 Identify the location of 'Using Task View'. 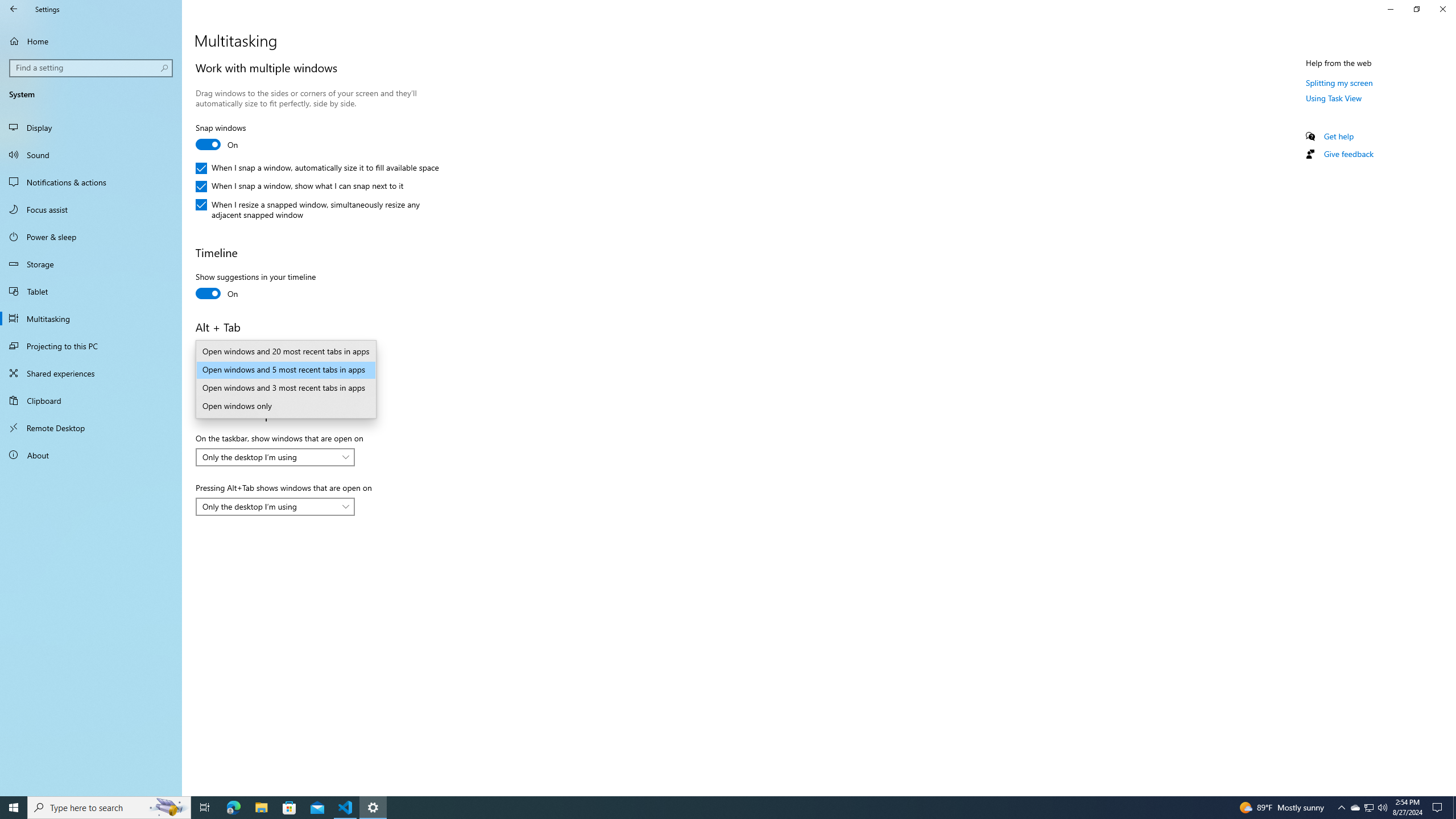
(1334, 98).